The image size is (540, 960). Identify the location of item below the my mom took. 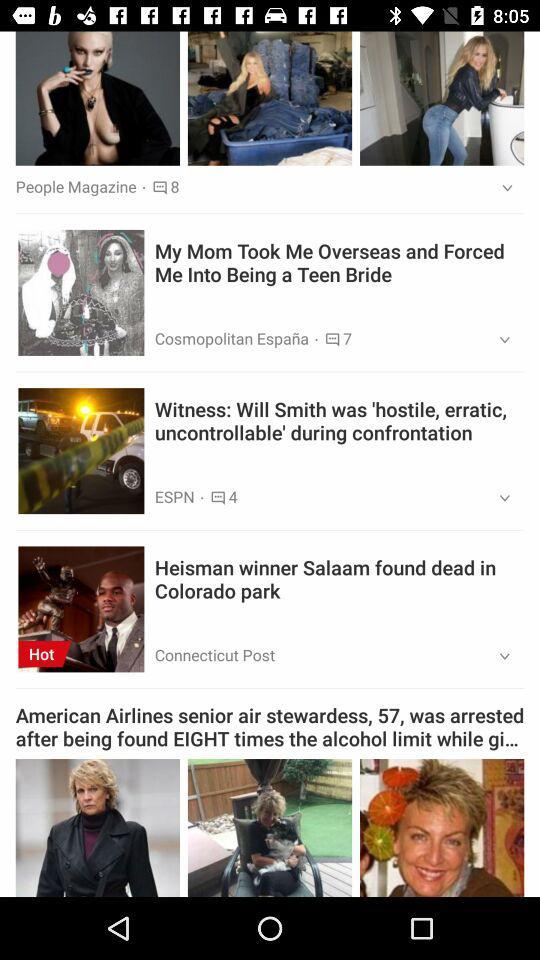
(497, 340).